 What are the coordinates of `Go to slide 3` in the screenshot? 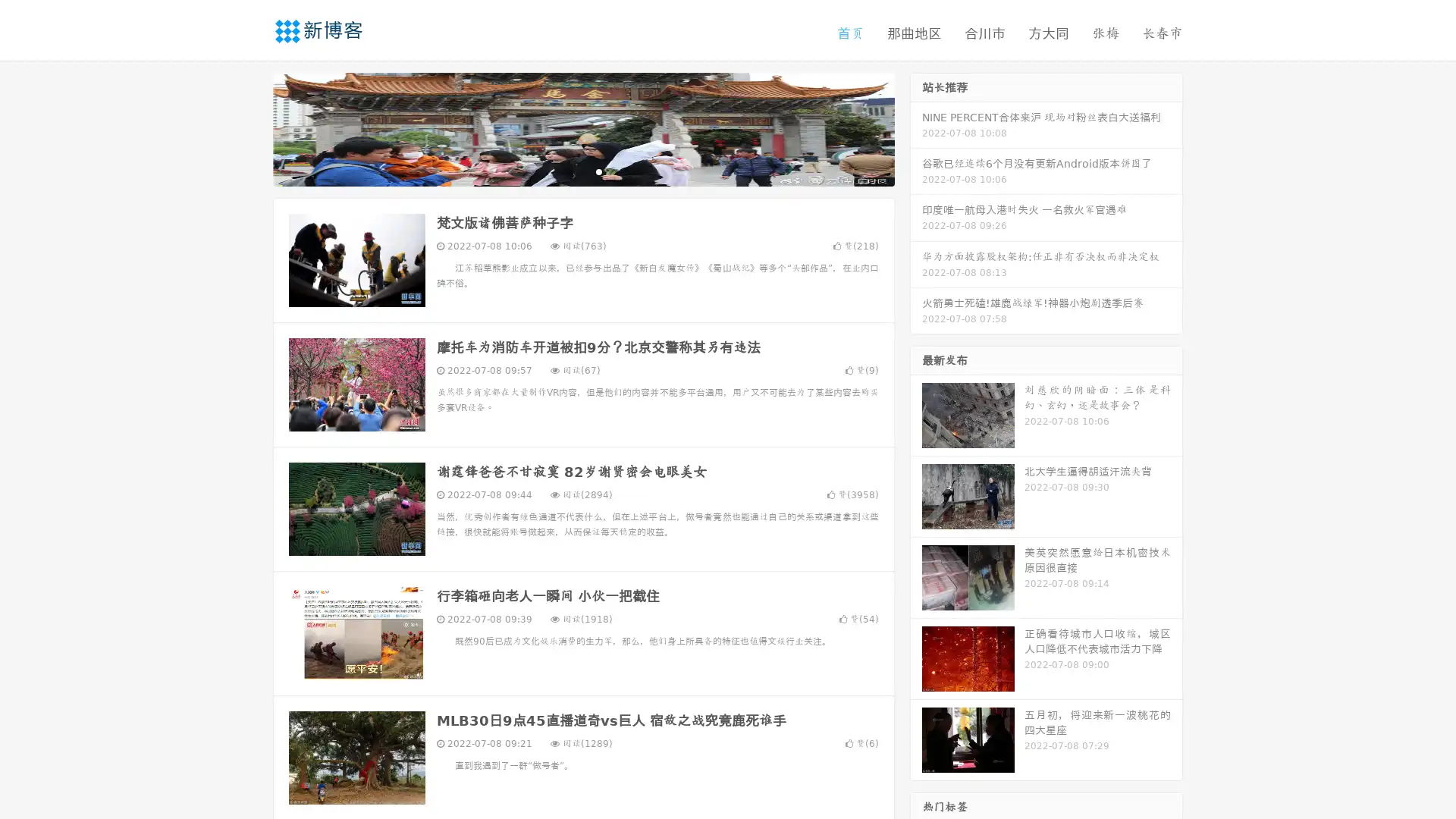 It's located at (598, 171).